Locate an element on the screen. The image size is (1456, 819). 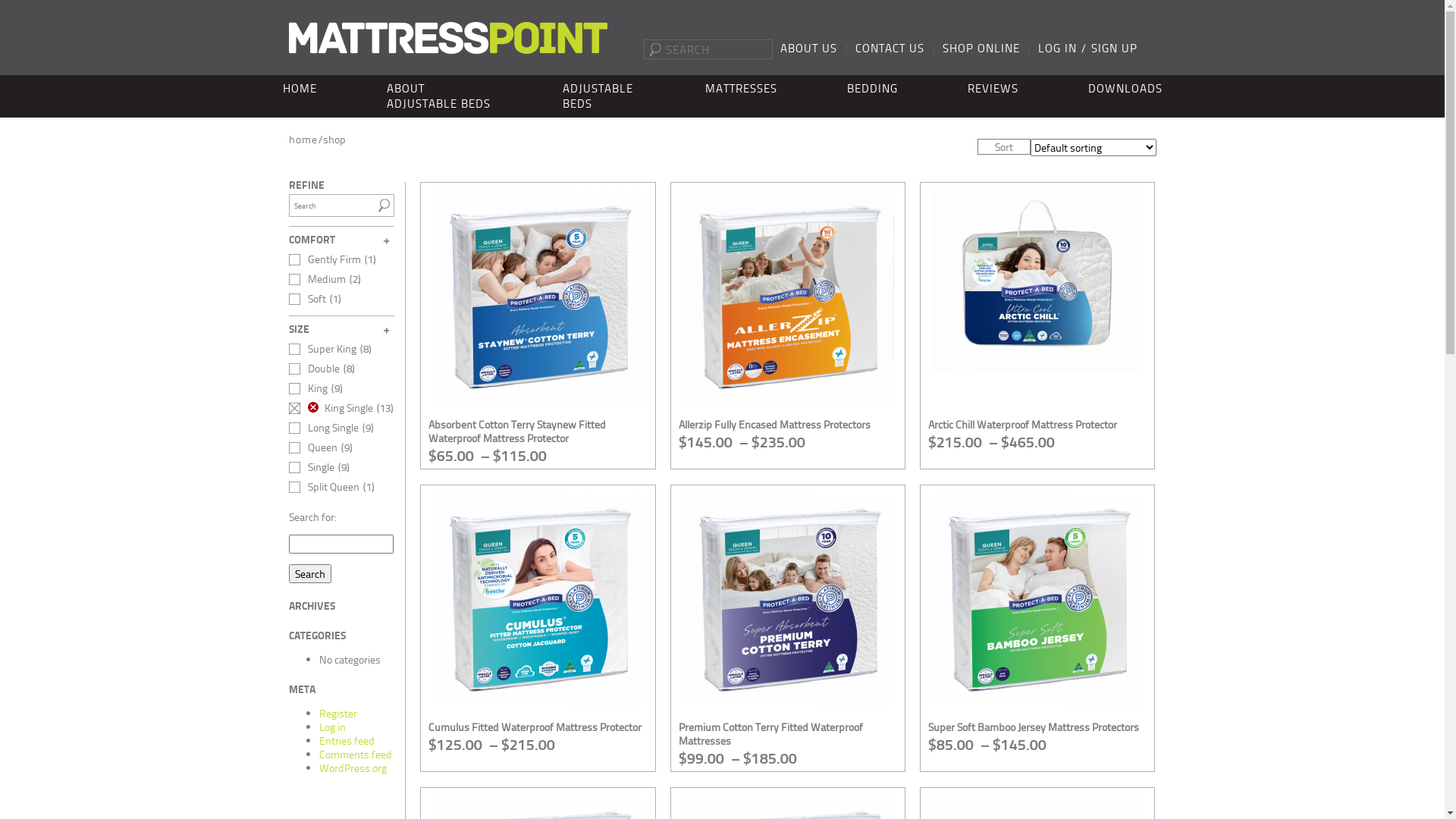
'LOG IN / SIGN UP' is located at coordinates (1086, 47).